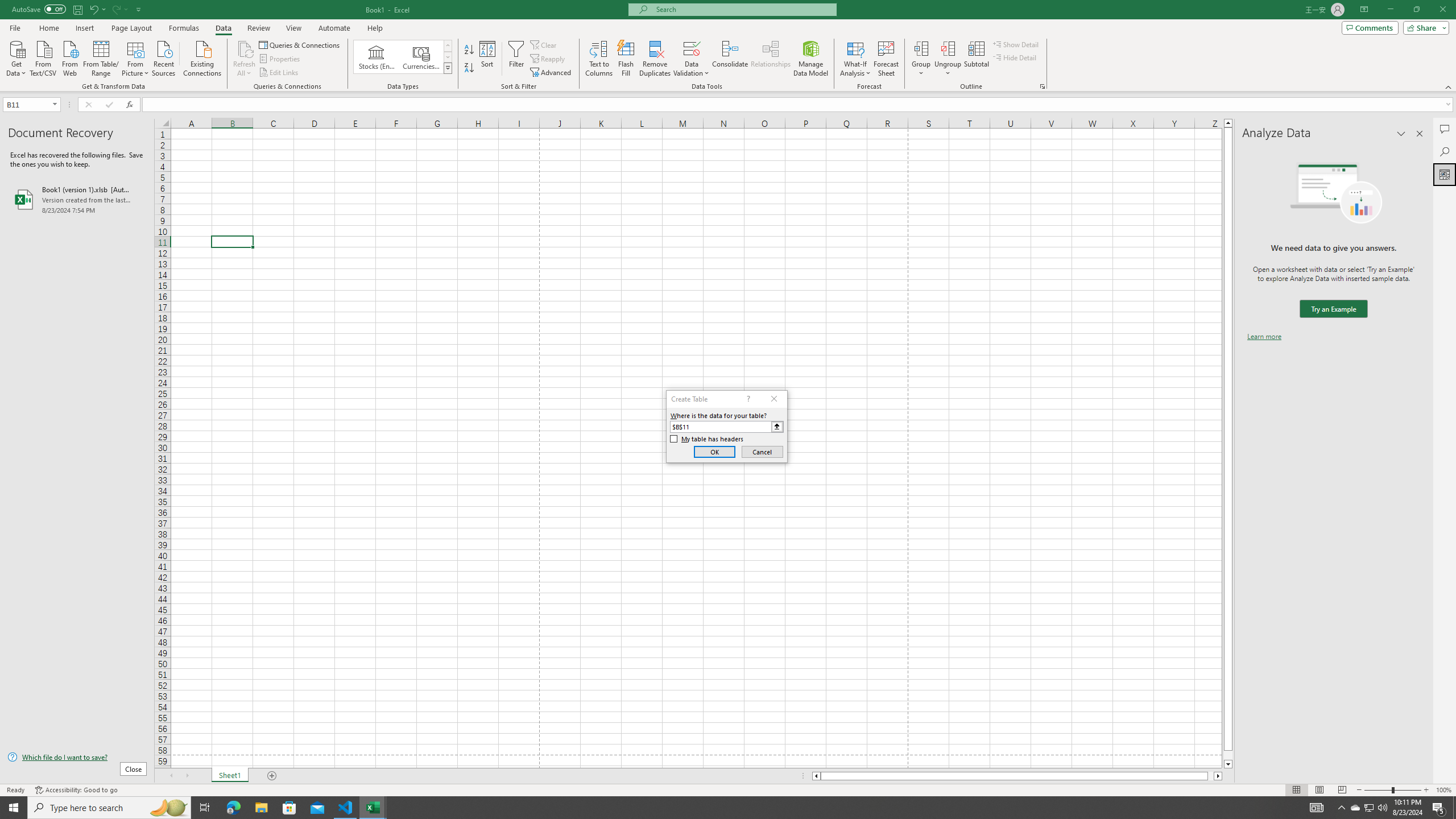  I want to click on 'Which file do I want to save?', so click(76, 758).